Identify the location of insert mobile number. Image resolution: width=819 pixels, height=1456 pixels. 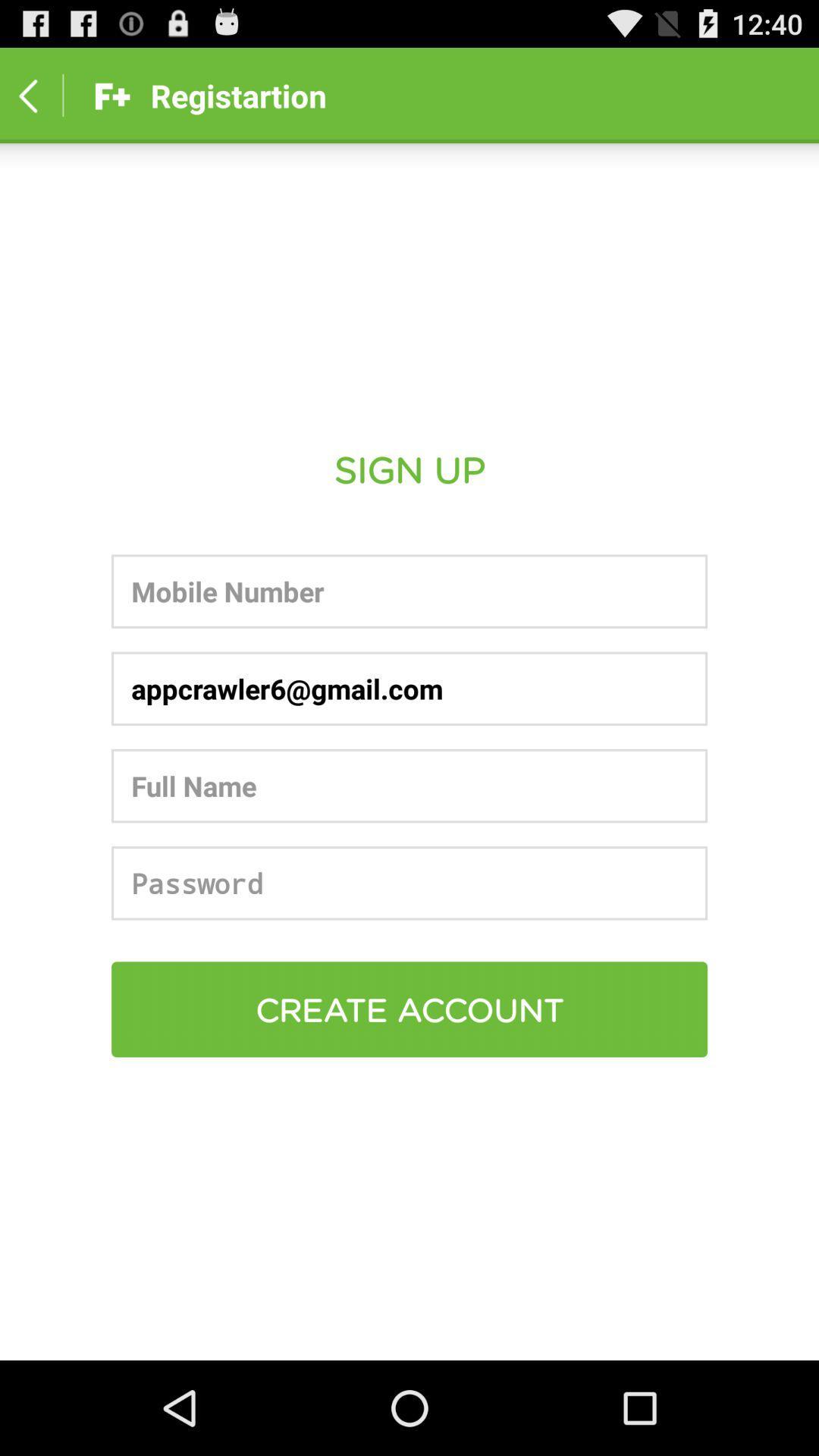
(409, 590).